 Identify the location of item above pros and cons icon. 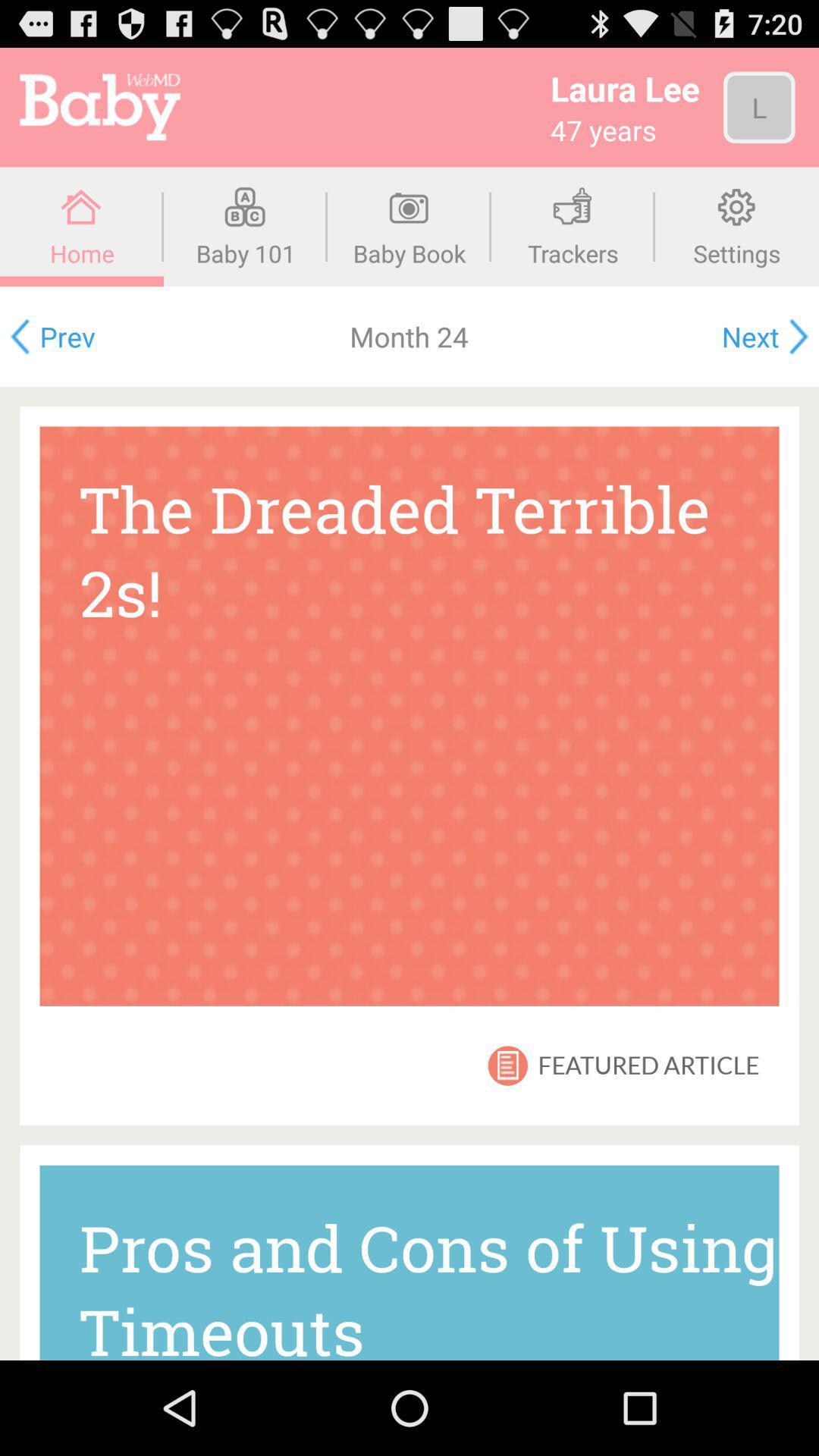
(509, 1065).